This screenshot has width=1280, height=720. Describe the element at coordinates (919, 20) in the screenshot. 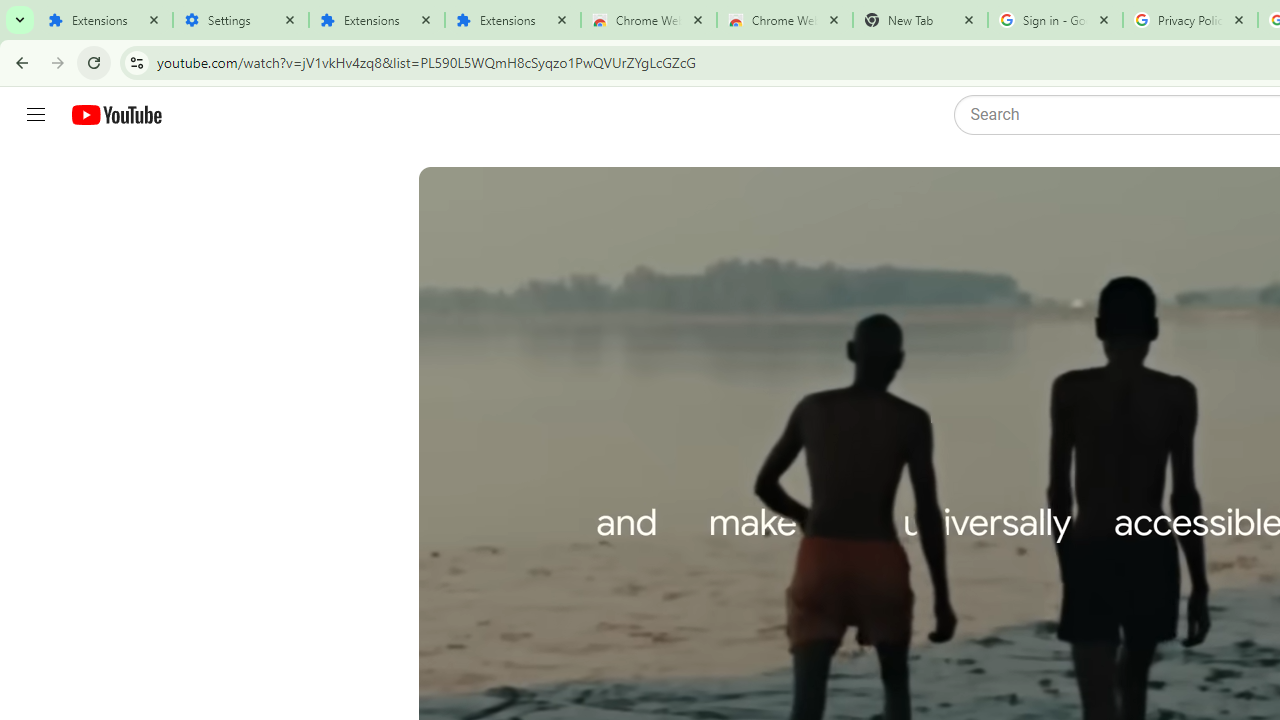

I see `'New Tab'` at that location.